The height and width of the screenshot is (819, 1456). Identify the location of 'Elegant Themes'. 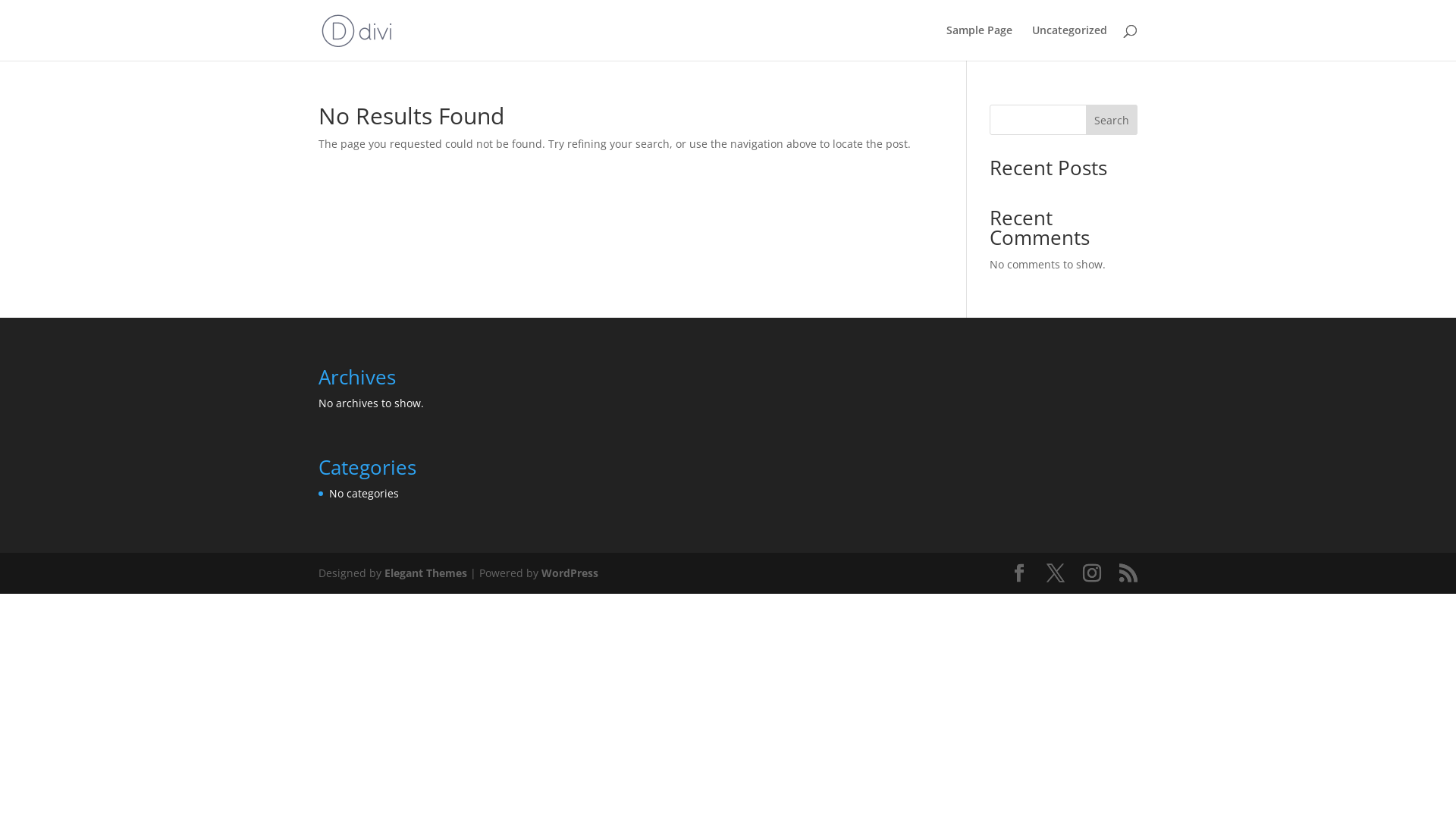
(425, 573).